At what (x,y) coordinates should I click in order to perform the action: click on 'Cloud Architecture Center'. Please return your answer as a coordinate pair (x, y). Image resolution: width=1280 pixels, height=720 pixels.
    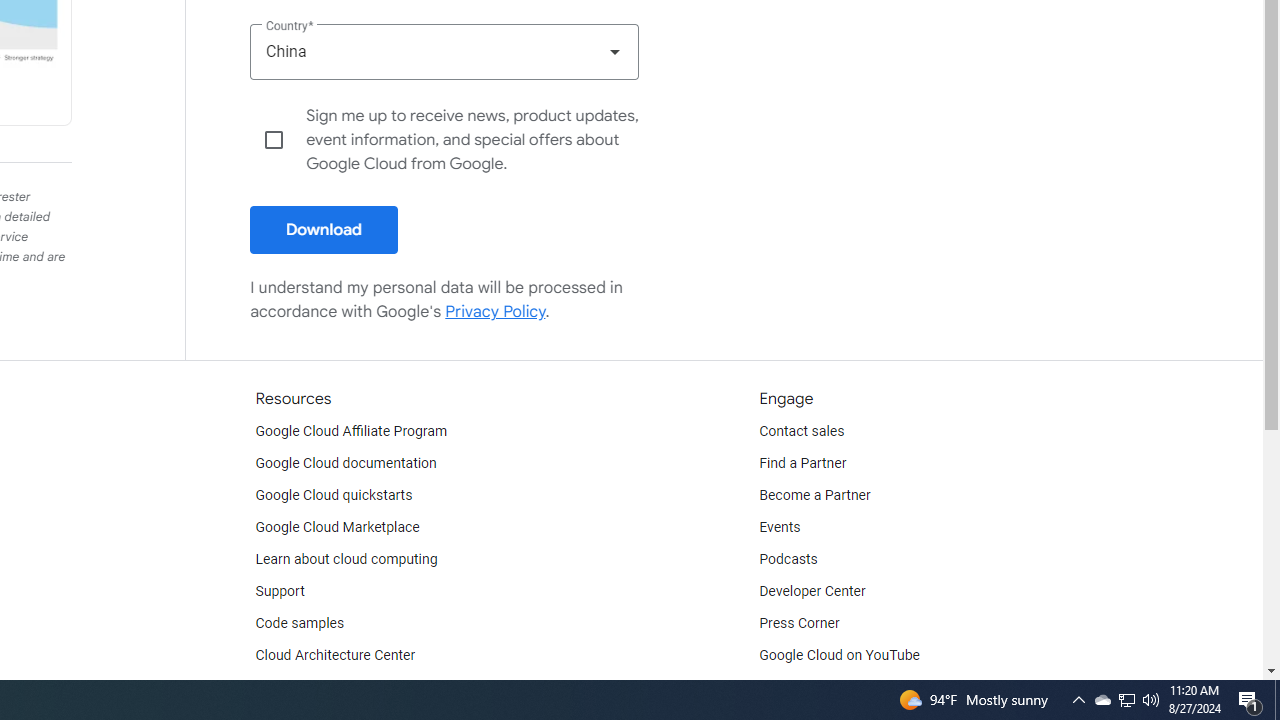
    Looking at the image, I should click on (335, 655).